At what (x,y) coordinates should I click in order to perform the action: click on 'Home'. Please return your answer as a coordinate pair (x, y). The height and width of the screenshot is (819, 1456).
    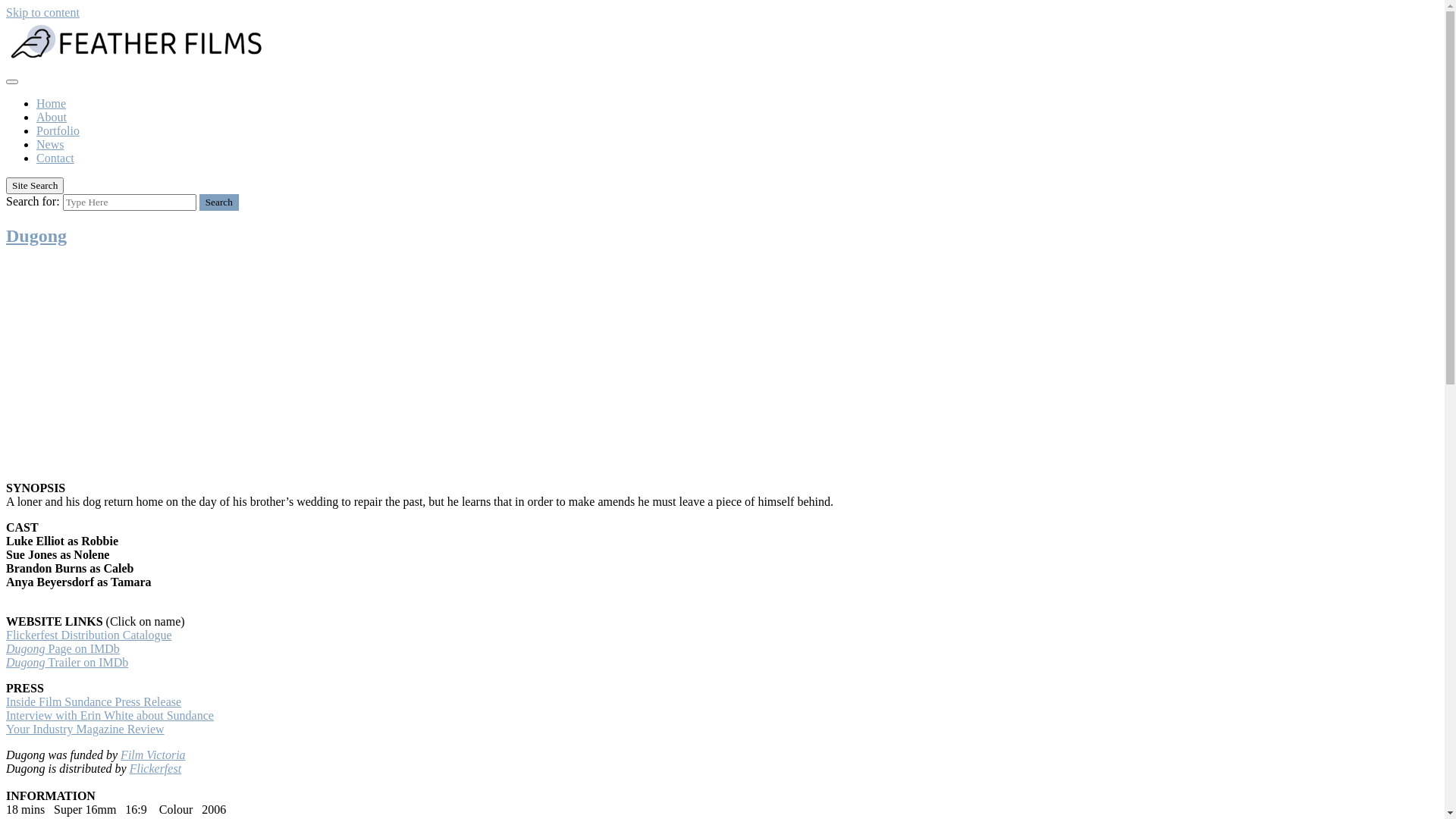
    Looking at the image, I should click on (36, 102).